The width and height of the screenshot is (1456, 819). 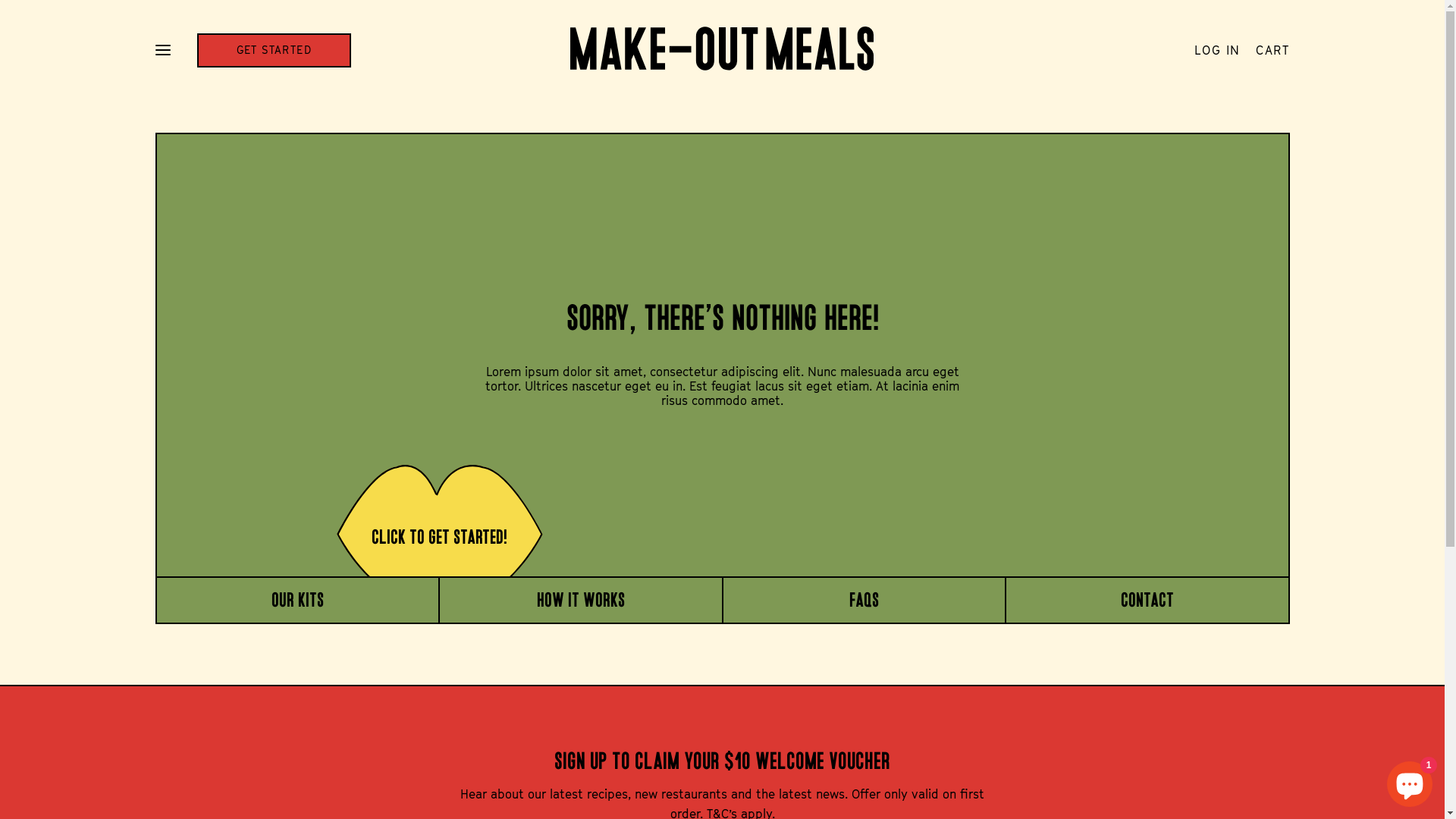 I want to click on 'FAQS', so click(x=848, y=598).